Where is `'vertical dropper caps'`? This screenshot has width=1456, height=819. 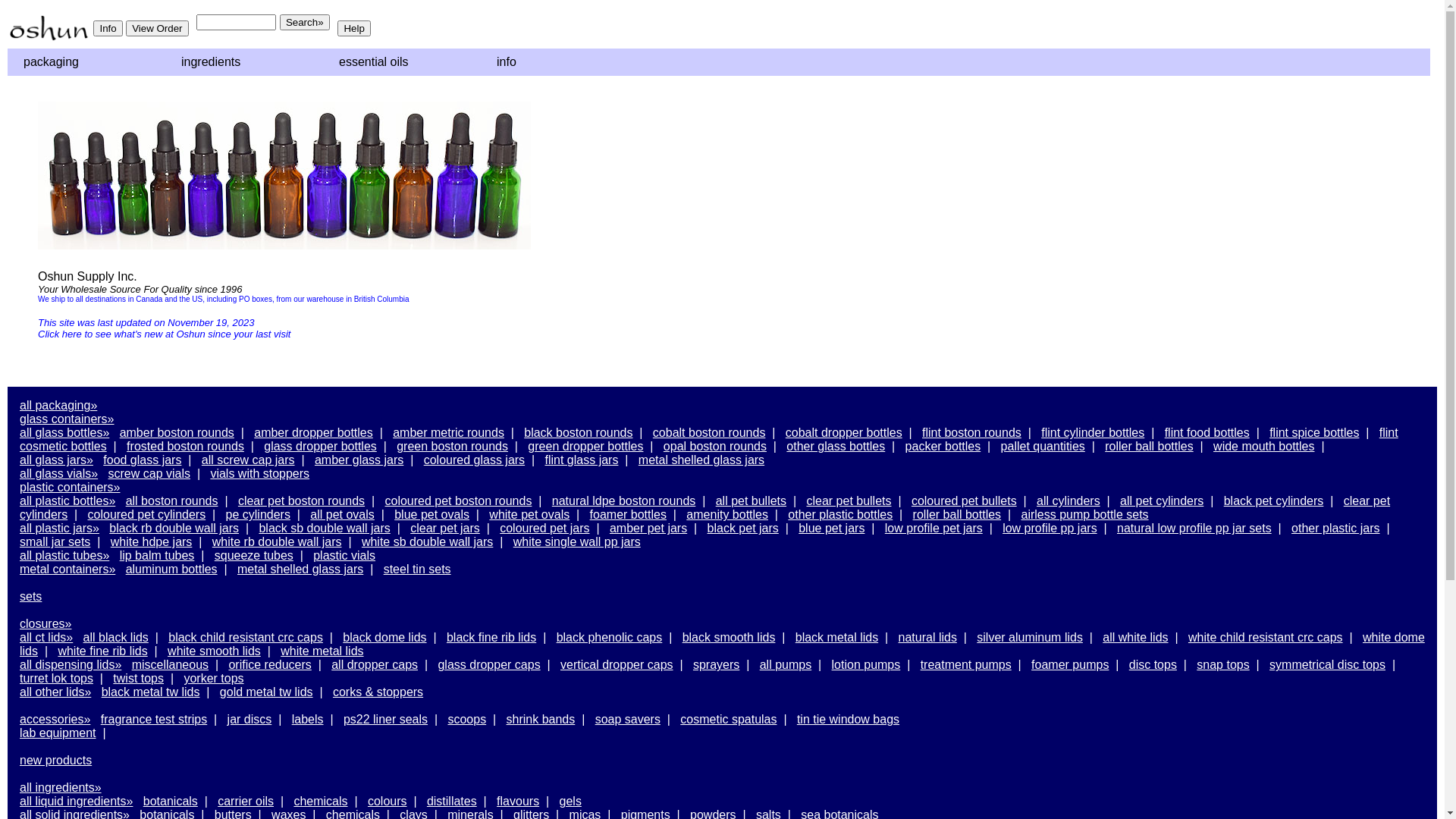 'vertical dropper caps' is located at coordinates (560, 664).